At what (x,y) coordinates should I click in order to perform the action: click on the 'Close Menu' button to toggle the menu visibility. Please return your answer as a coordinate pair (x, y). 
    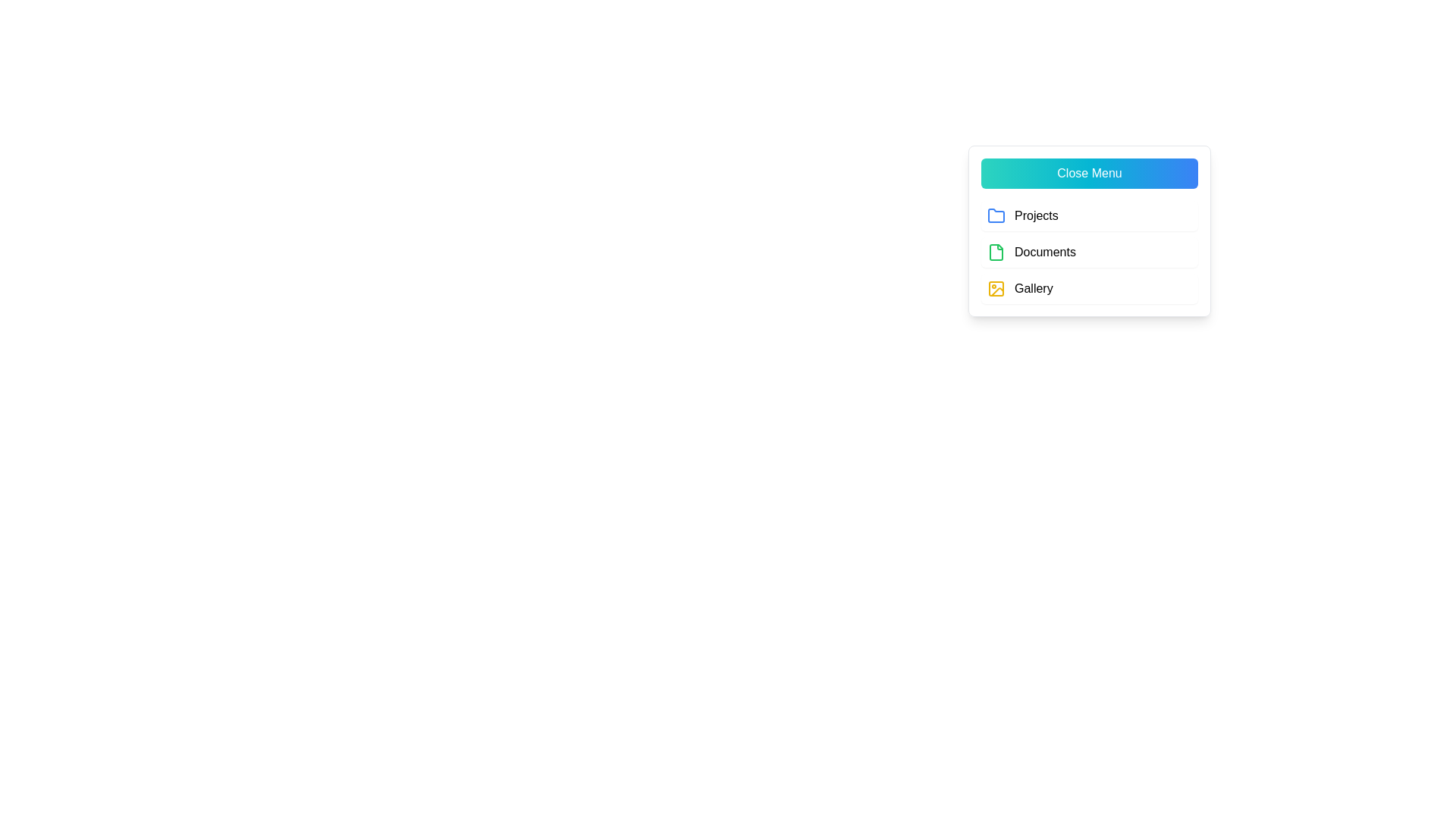
    Looking at the image, I should click on (1088, 172).